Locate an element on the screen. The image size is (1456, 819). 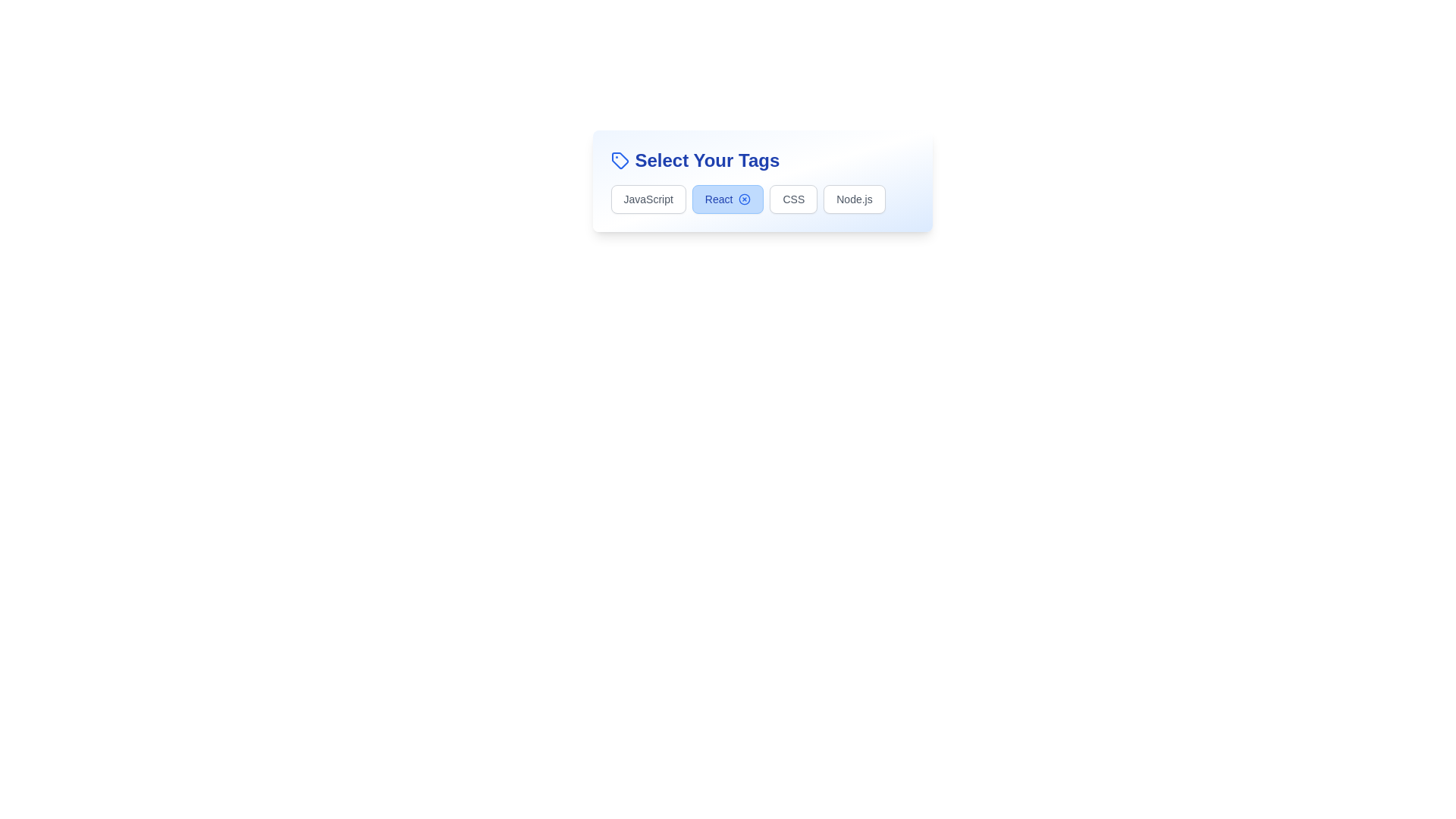
the decorative circle SVG element located to the right of the 'React' tag button, which serves as a visual indicator is located at coordinates (745, 198).